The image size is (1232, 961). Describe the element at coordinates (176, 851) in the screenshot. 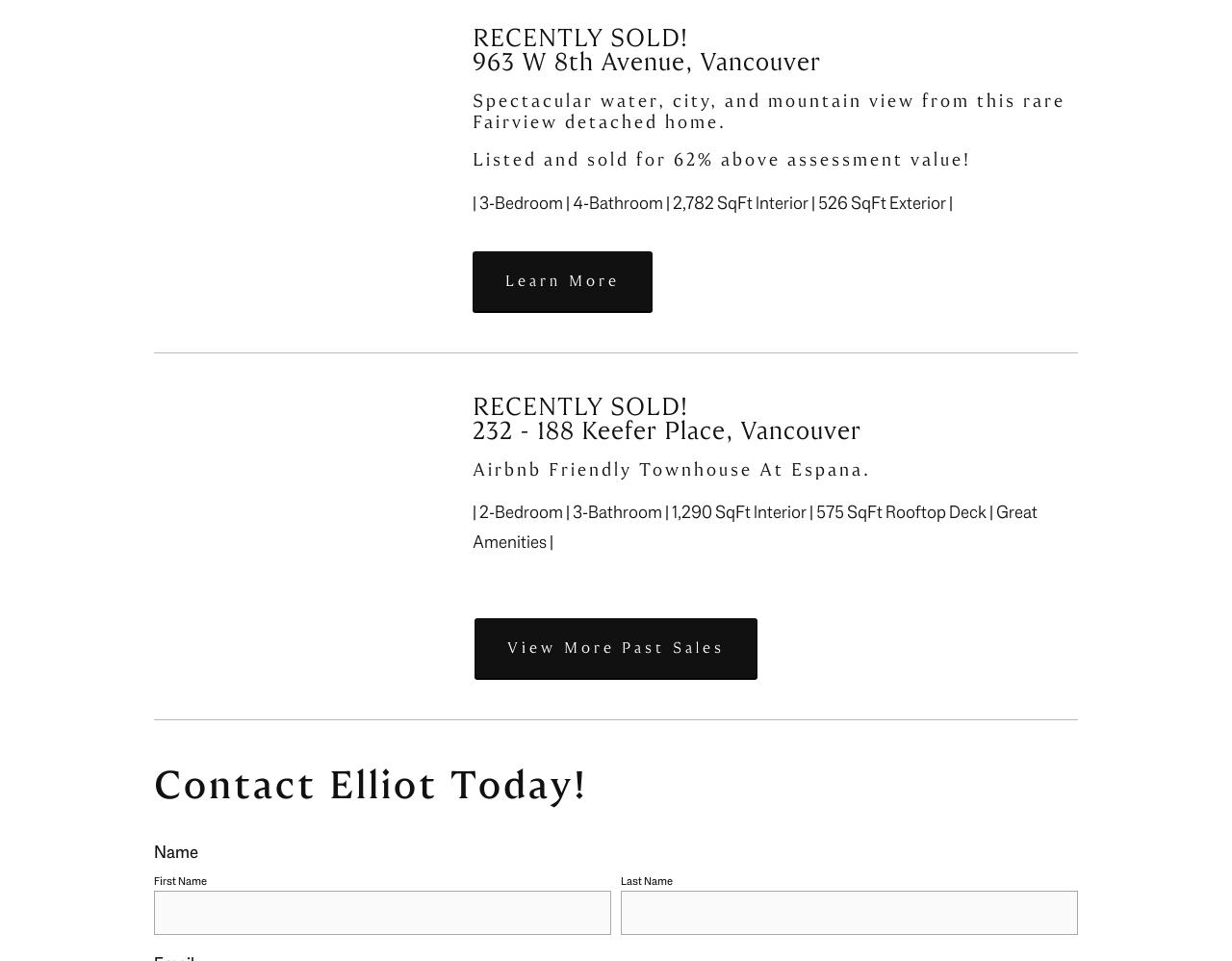

I see `'Name'` at that location.